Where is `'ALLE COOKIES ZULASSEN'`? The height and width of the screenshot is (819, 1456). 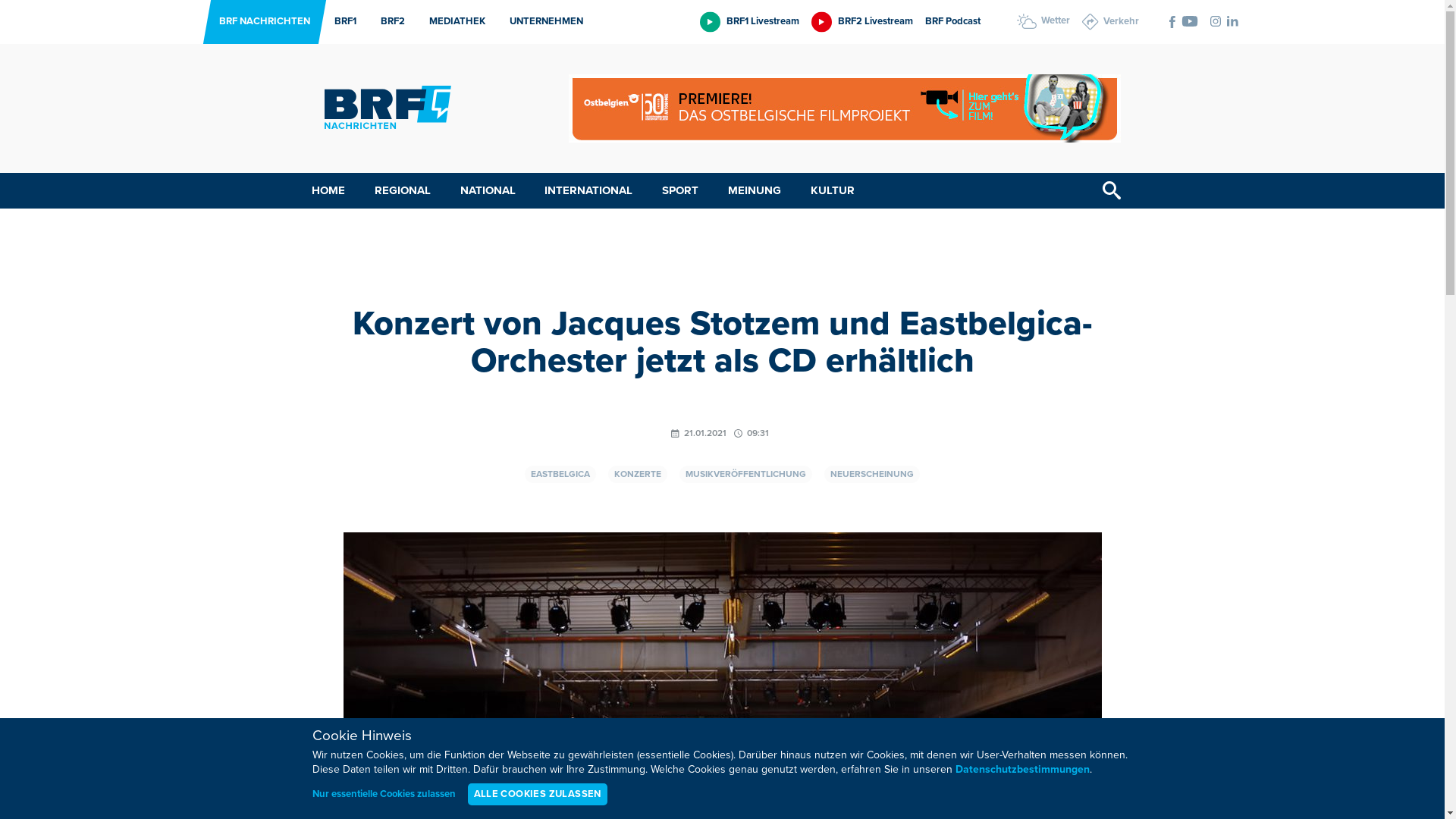
'ALLE COOKIES ZULASSEN' is located at coordinates (537, 793).